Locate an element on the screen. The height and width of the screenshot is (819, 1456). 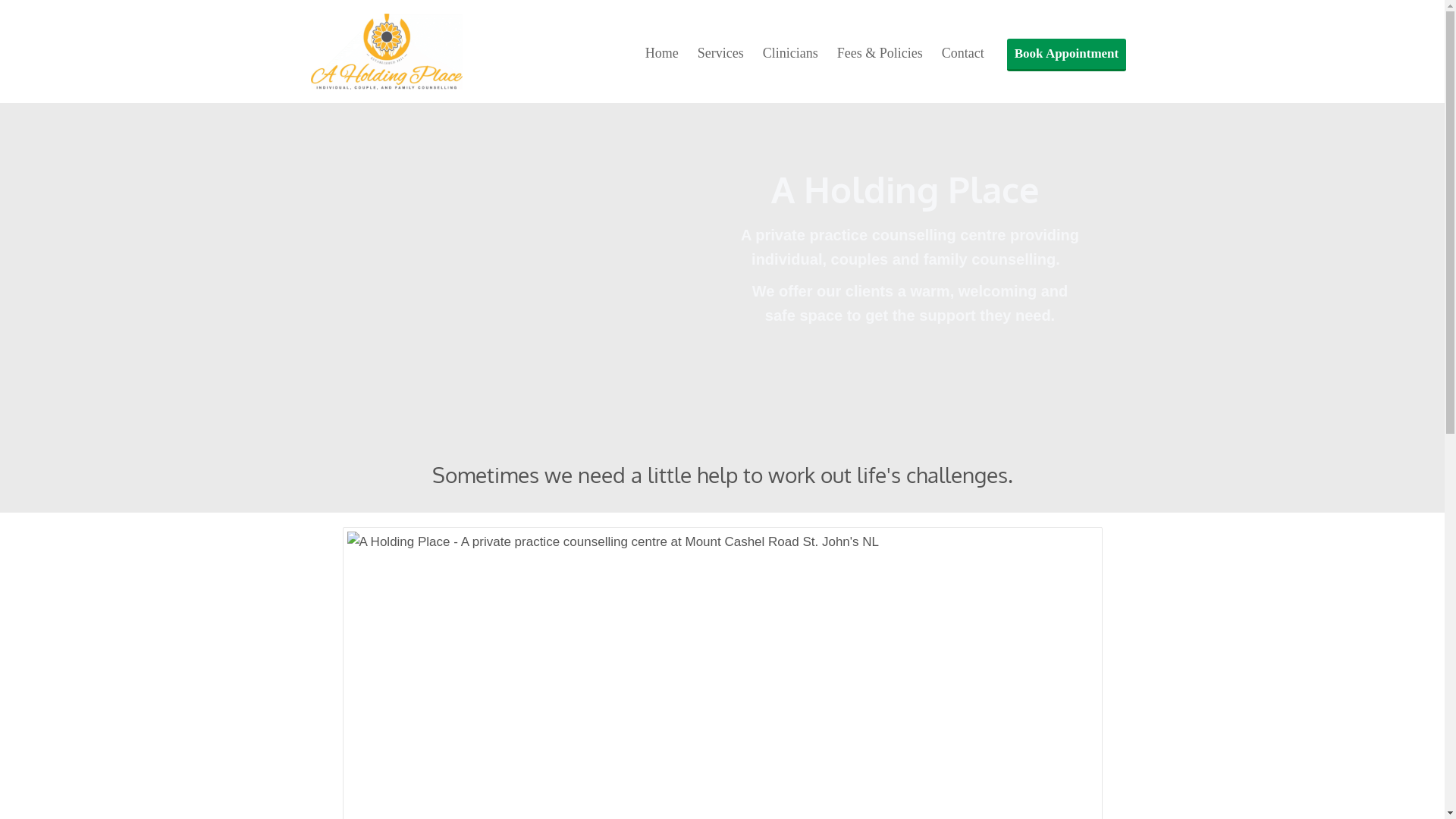
'Contact' is located at coordinates (962, 52).